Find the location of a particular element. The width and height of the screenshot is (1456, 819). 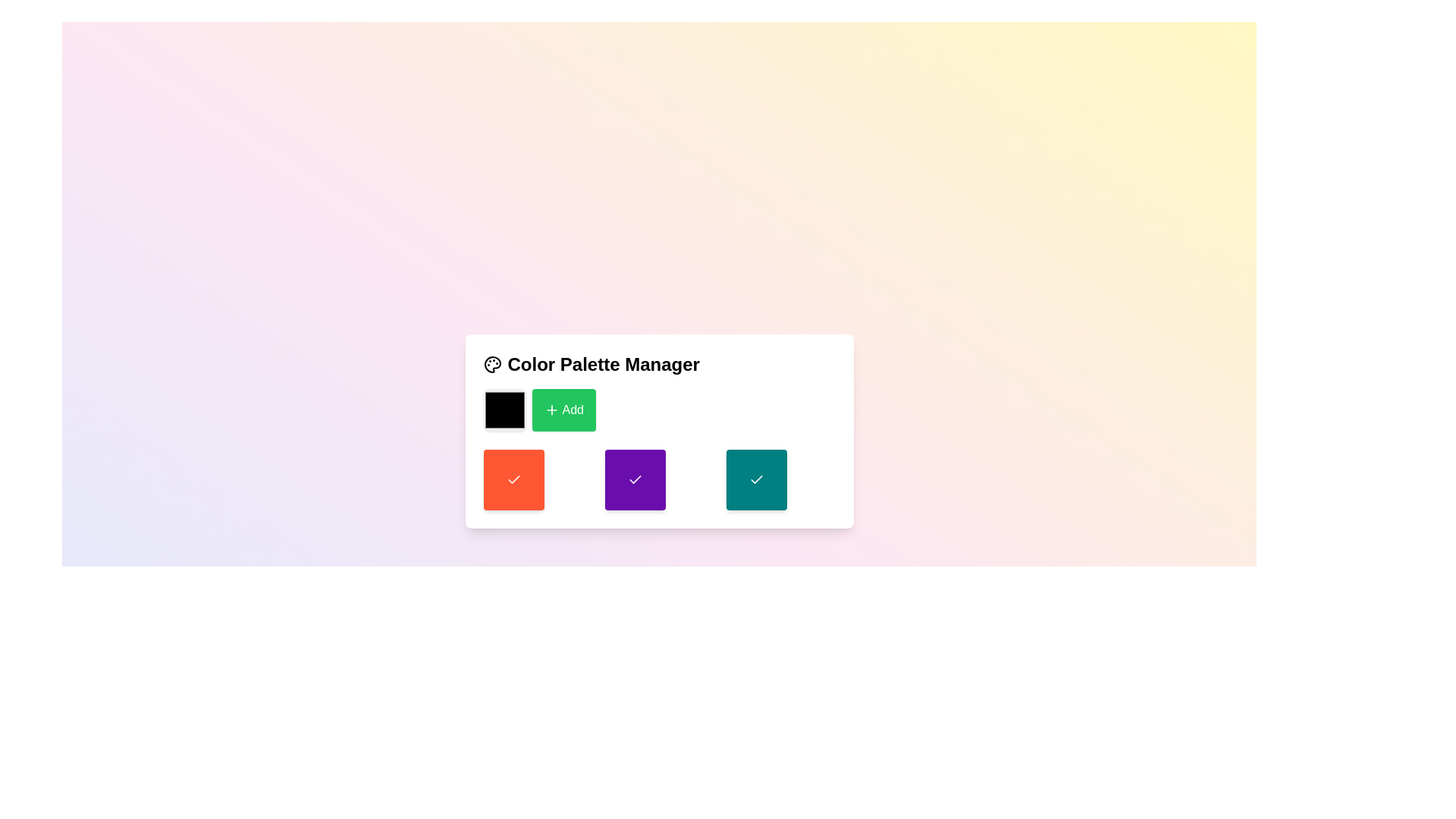

the color picker element that represents the color black is located at coordinates (504, 409).